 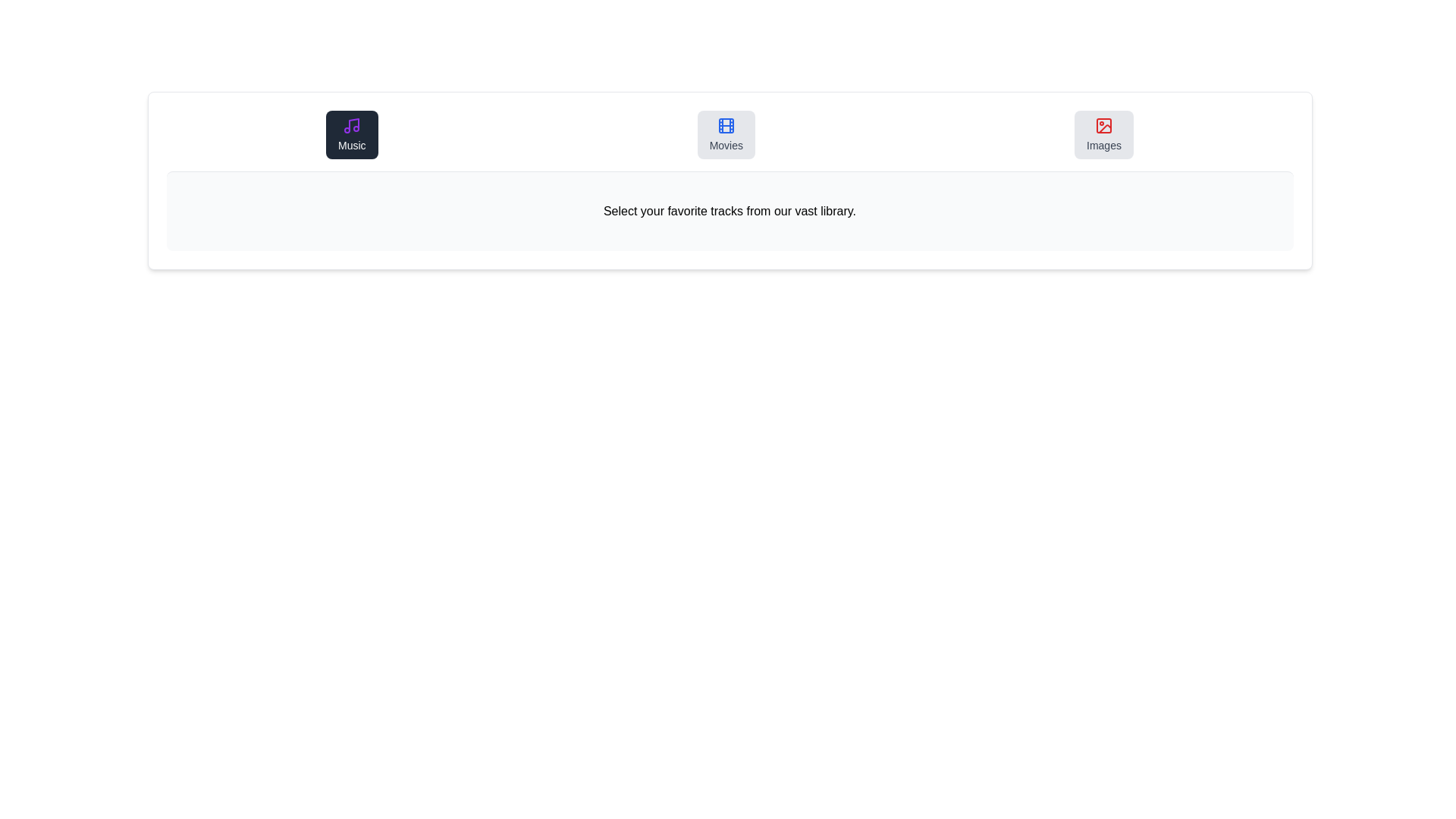 What do you see at coordinates (351, 133) in the screenshot?
I see `the icon and label of the tab Music` at bounding box center [351, 133].